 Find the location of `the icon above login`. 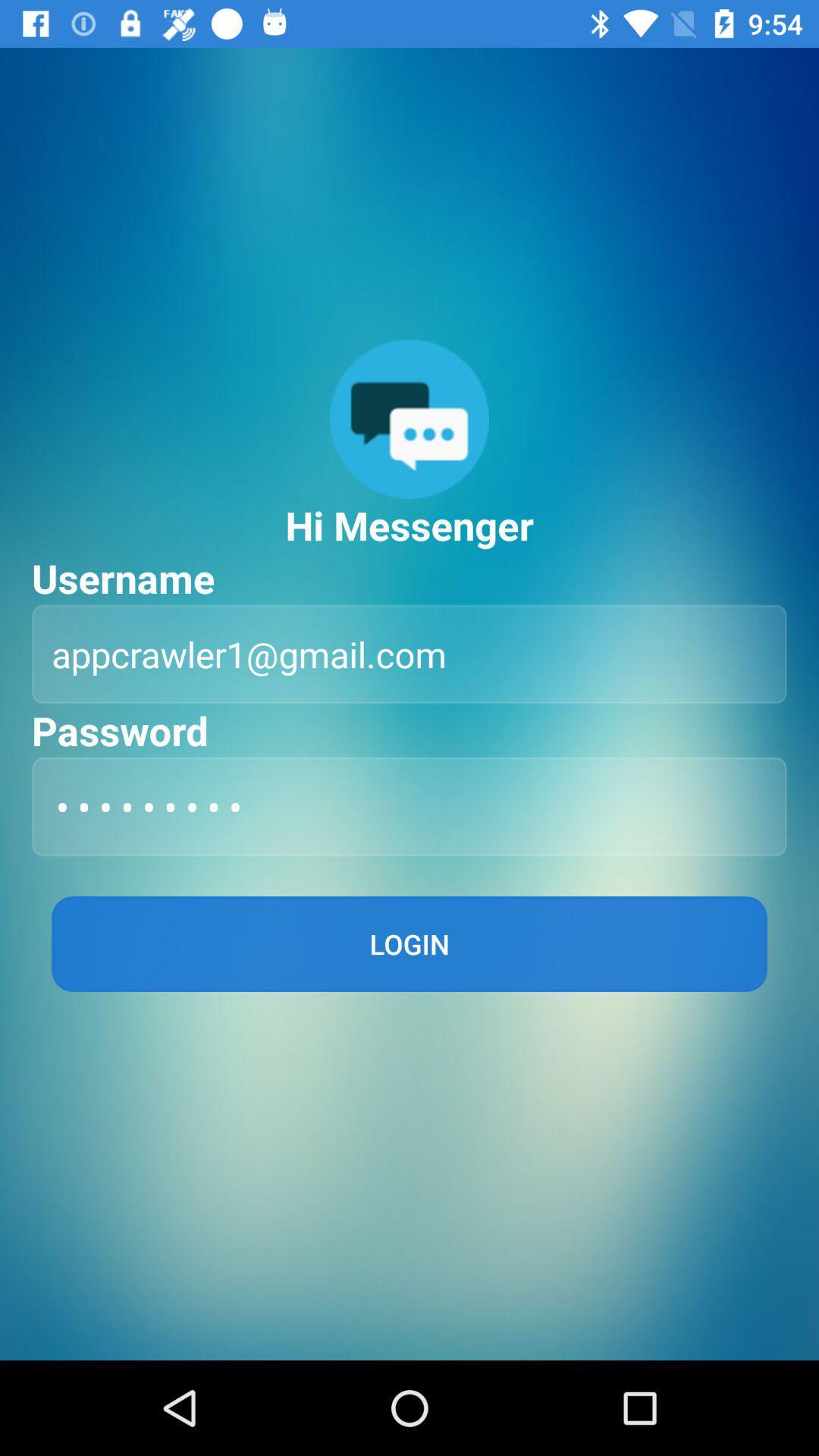

the icon above login is located at coordinates (409, 805).